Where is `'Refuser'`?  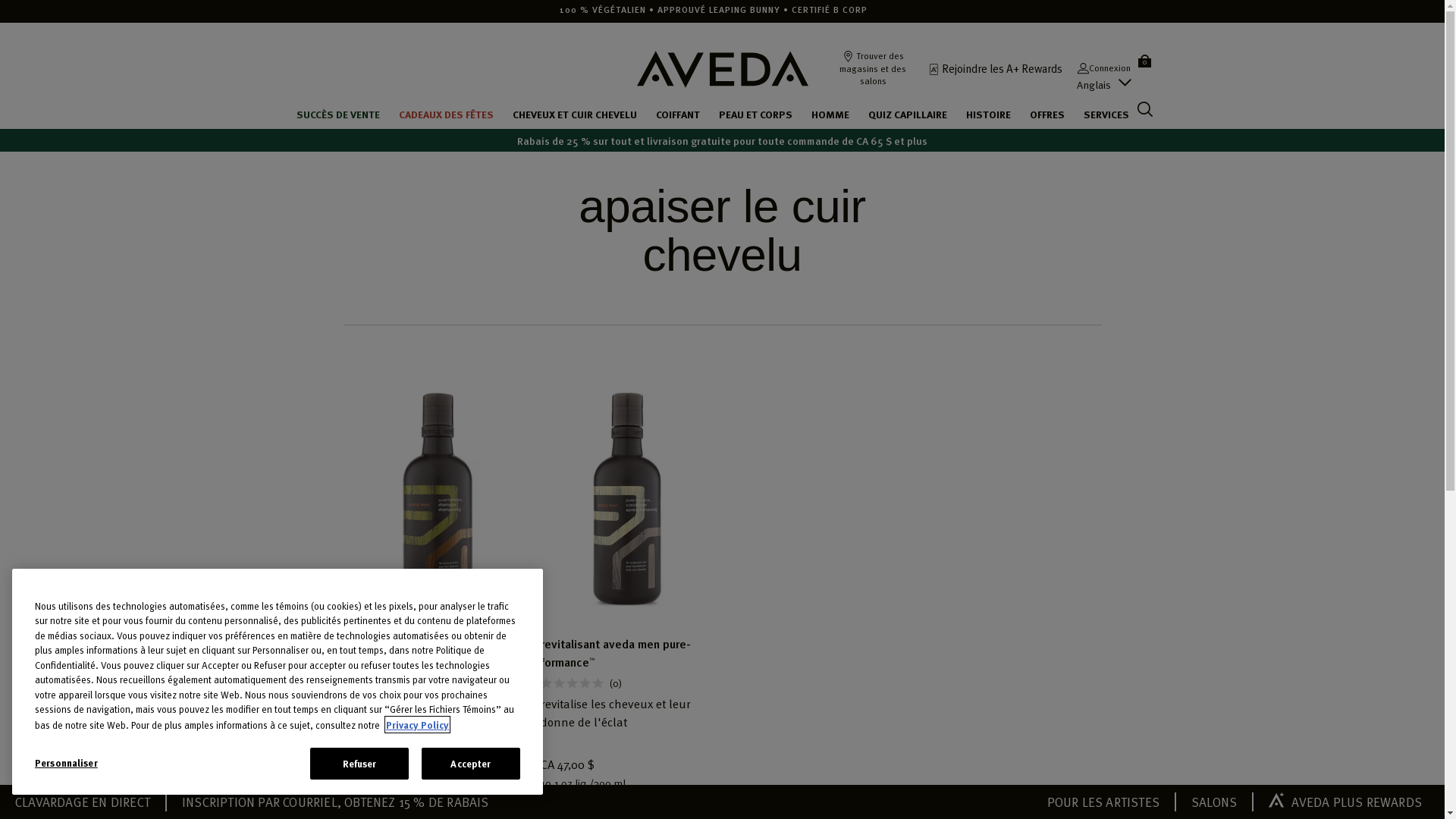 'Refuser' is located at coordinates (359, 763).